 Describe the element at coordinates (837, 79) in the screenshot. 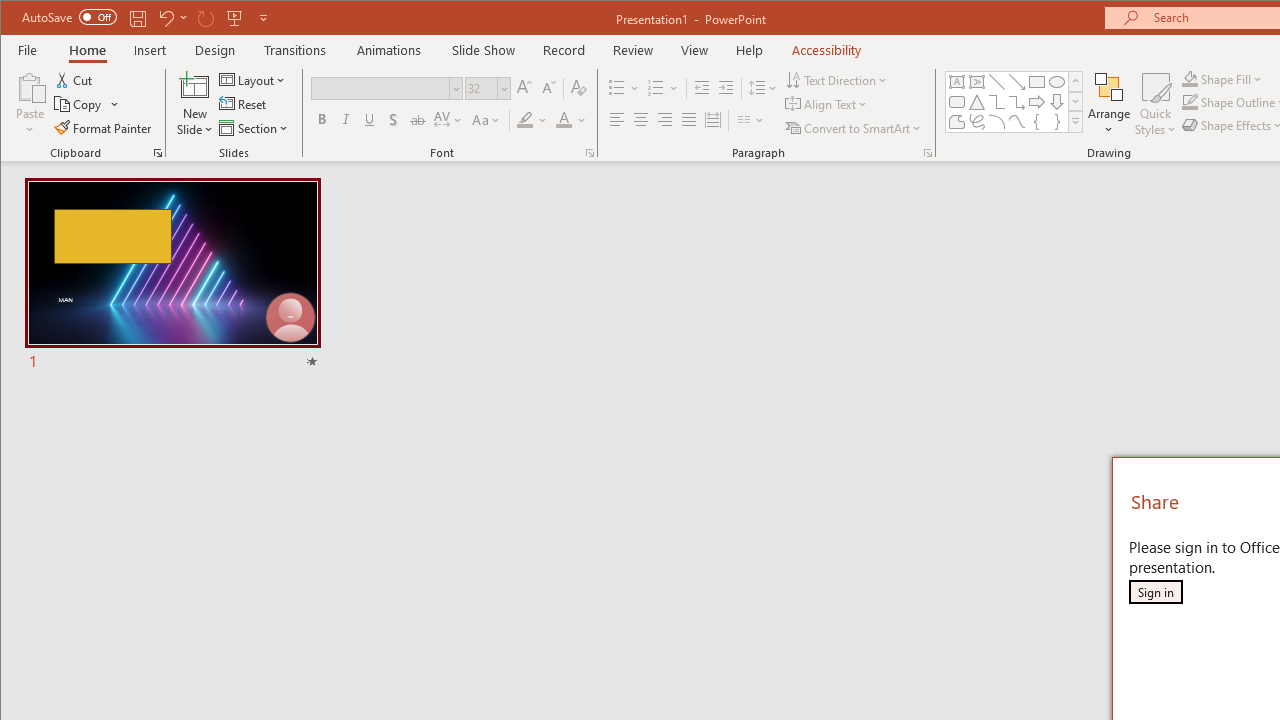

I see `'Text Direction'` at that location.